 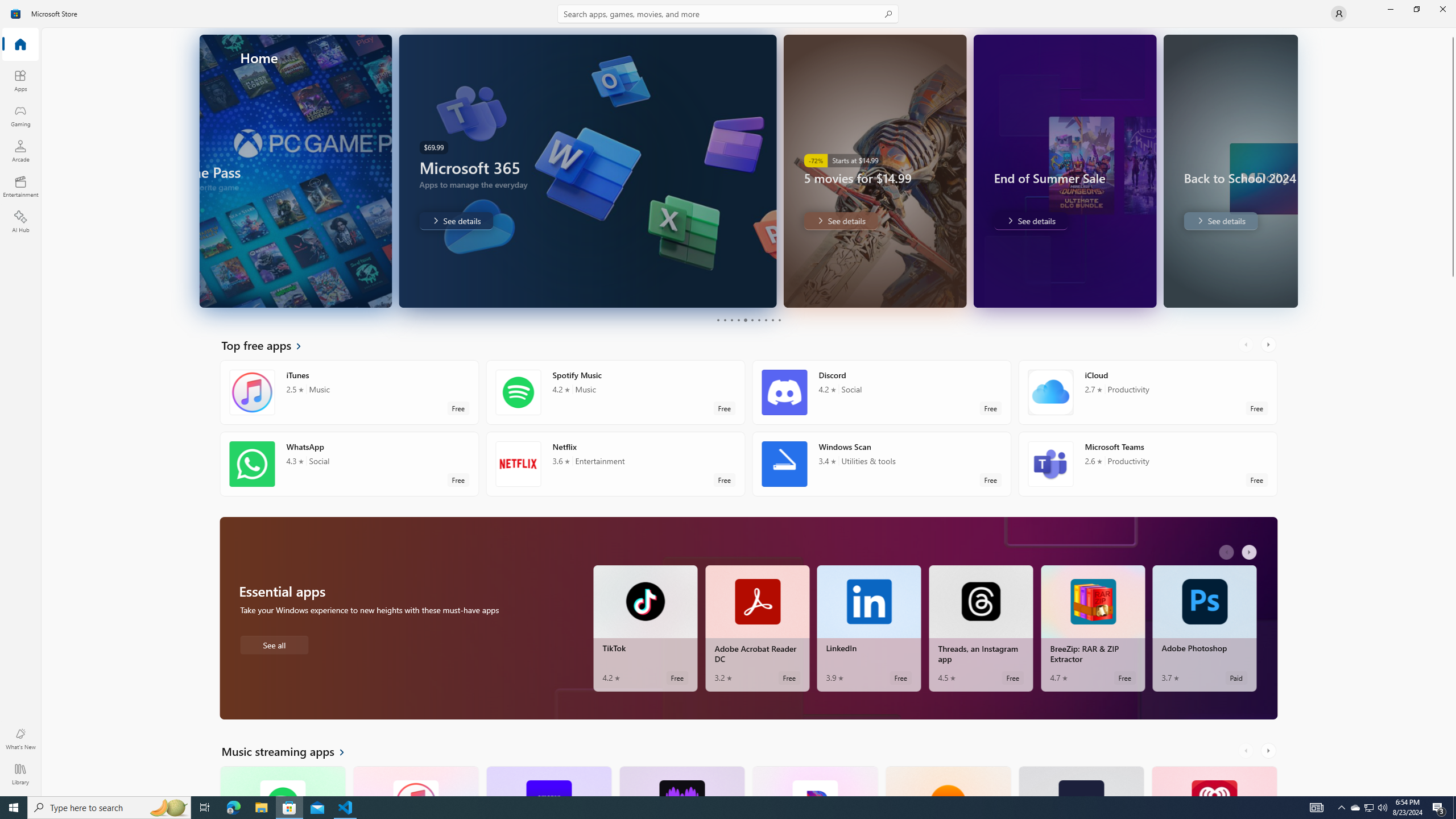 I want to click on 'Vertical Small Decrease', so click(x=1451, y=31).